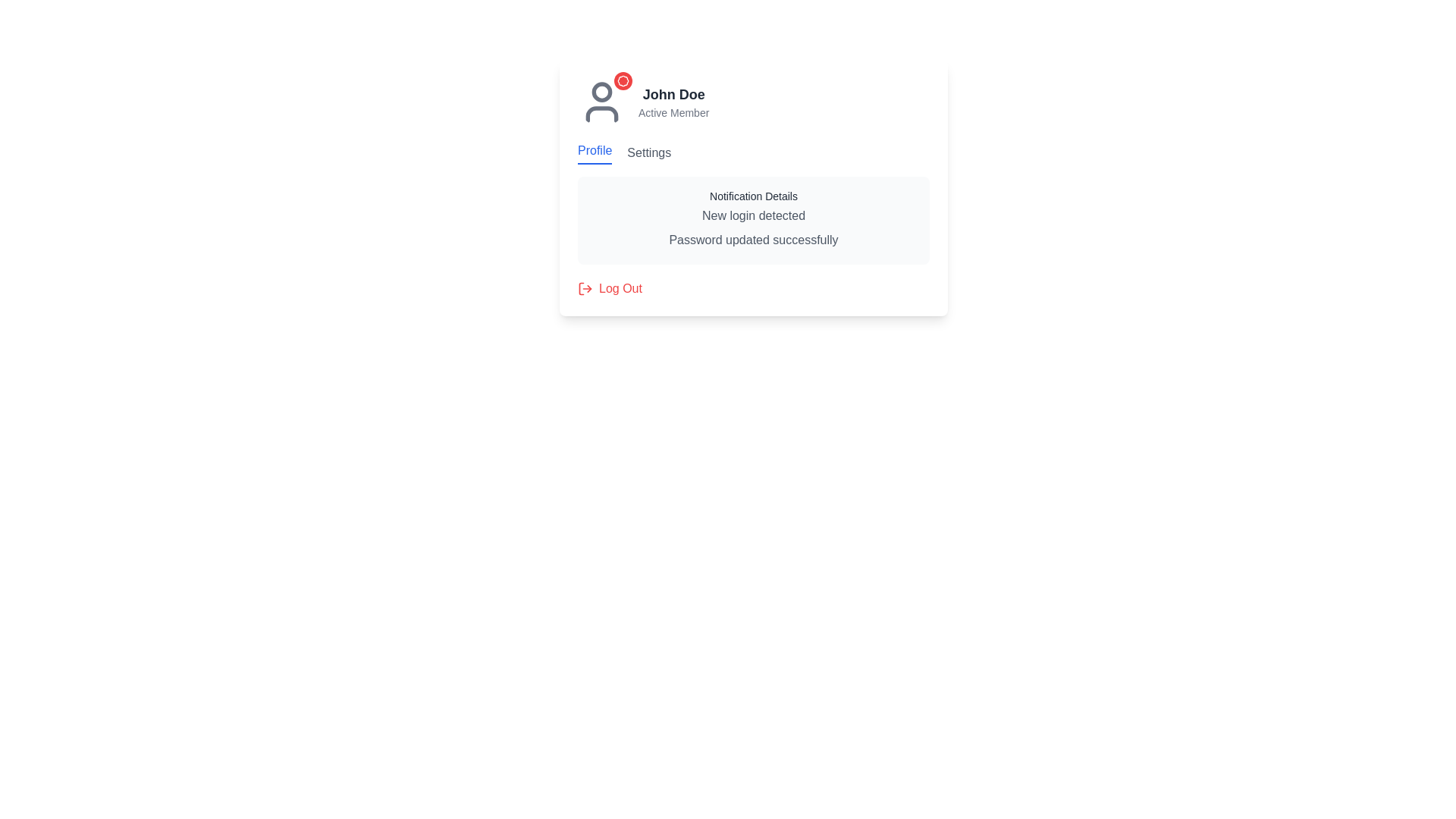 The width and height of the screenshot is (1456, 819). I want to click on the text block displaying 'New login detected' and 'Password updated successfully', so click(753, 227).